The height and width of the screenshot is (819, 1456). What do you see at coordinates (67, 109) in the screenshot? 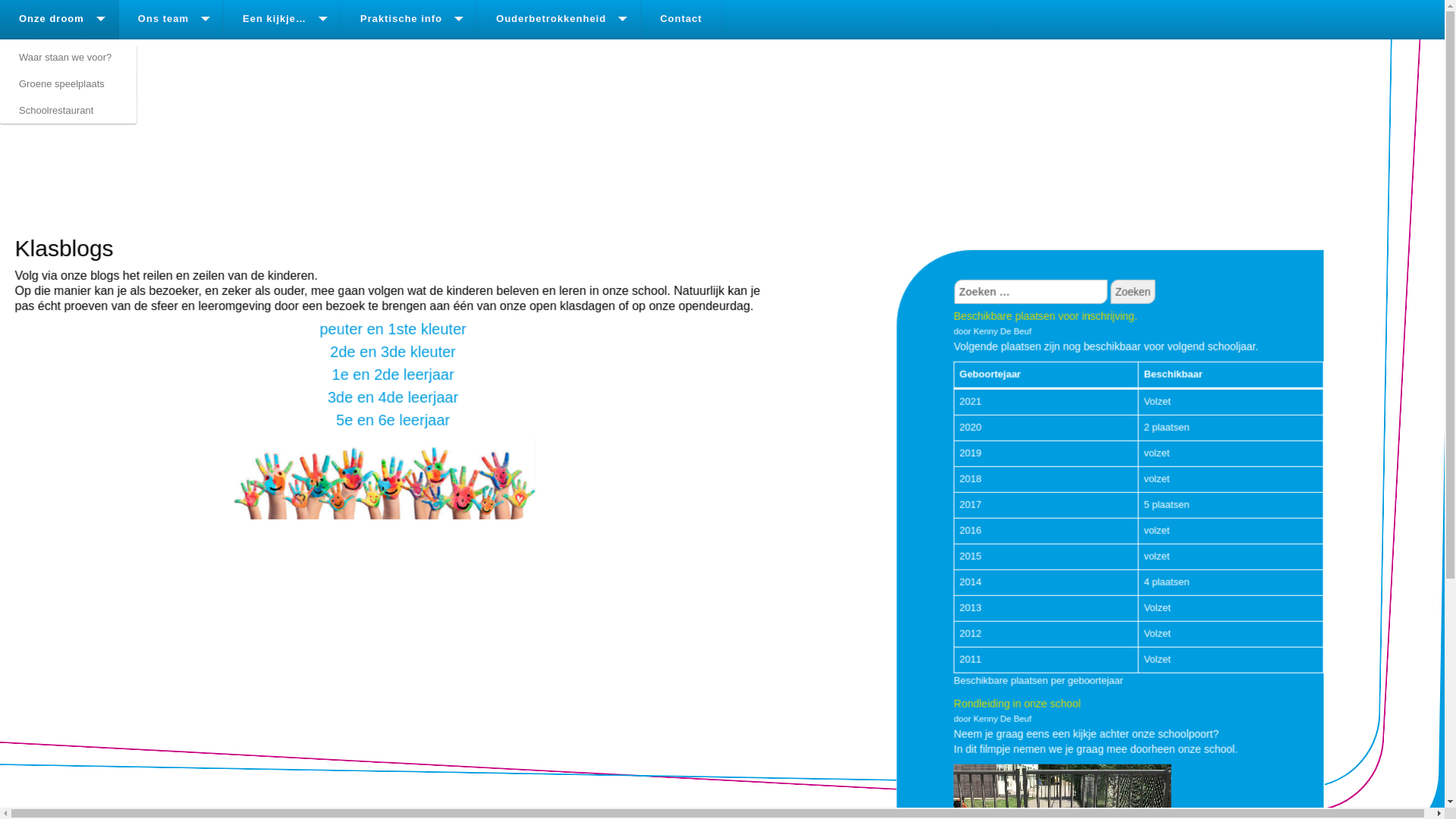
I see `'Schoolrestaurant'` at bounding box center [67, 109].